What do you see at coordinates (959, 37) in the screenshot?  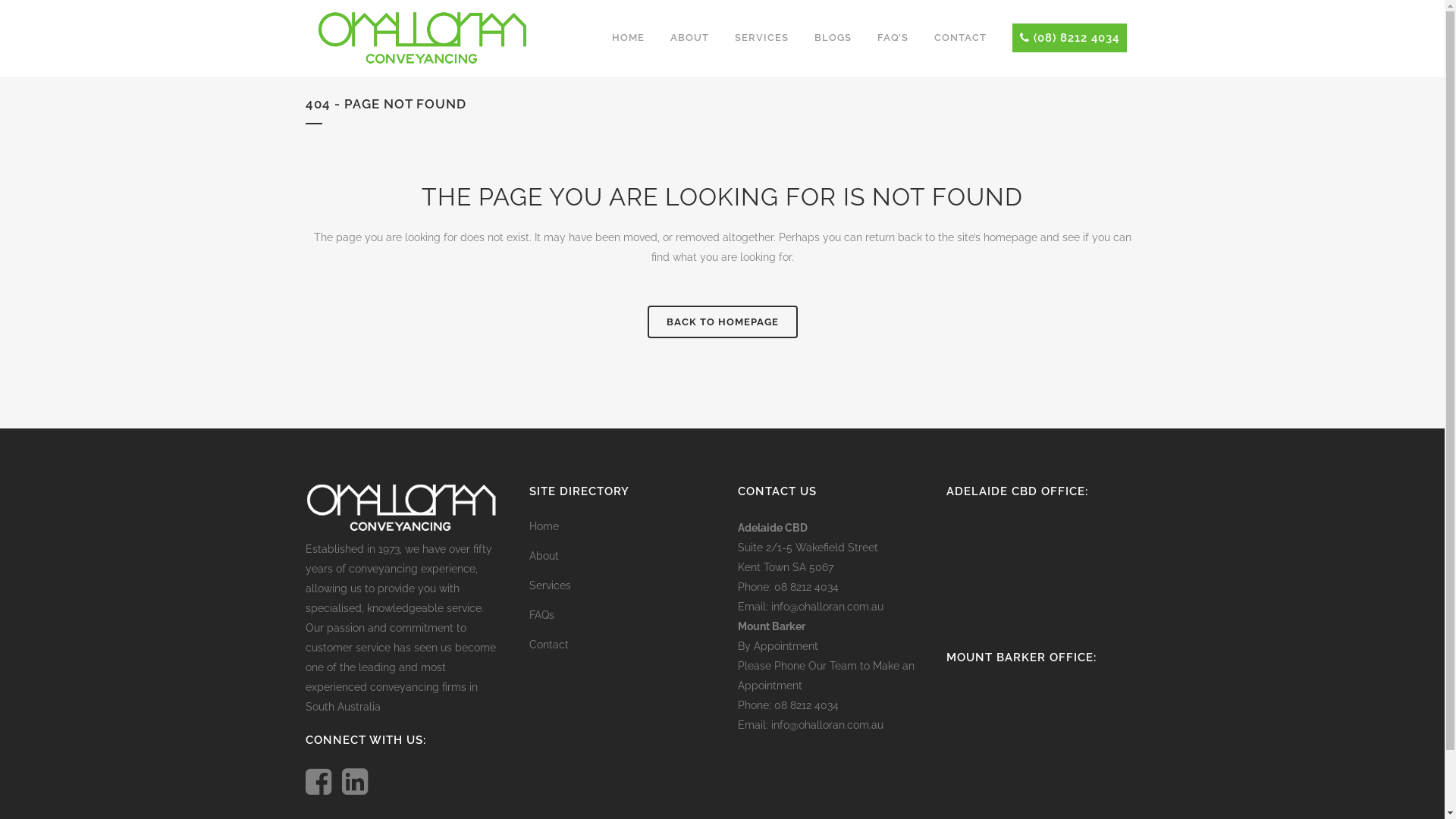 I see `'CONTACT'` at bounding box center [959, 37].